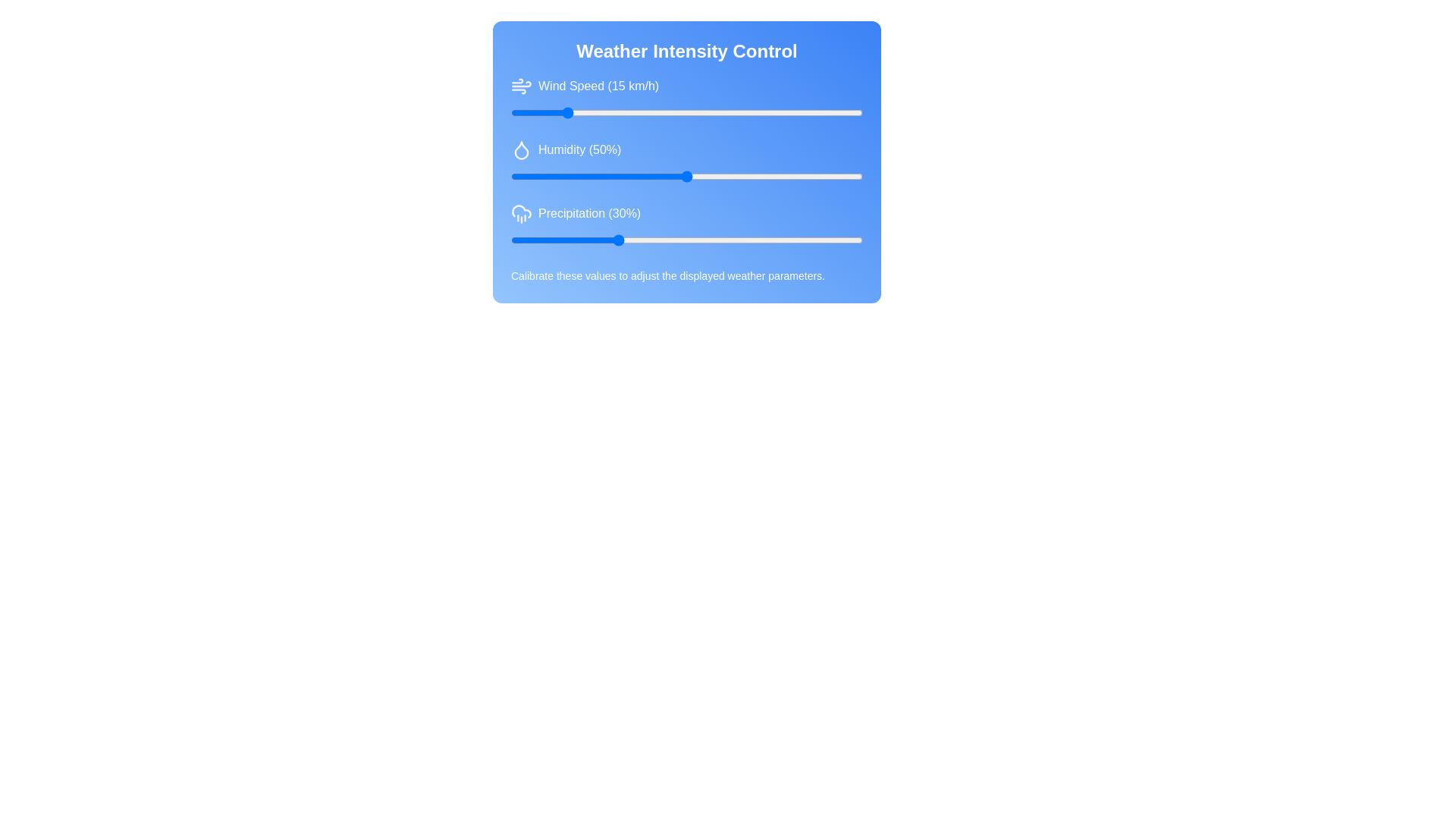 This screenshot has height=819, width=1456. What do you see at coordinates (521, 149) in the screenshot?
I see `the humidity icon, which is a light gray water droplet outline located to the left of the text 'Humidity (50%)' in the weather control interface` at bounding box center [521, 149].